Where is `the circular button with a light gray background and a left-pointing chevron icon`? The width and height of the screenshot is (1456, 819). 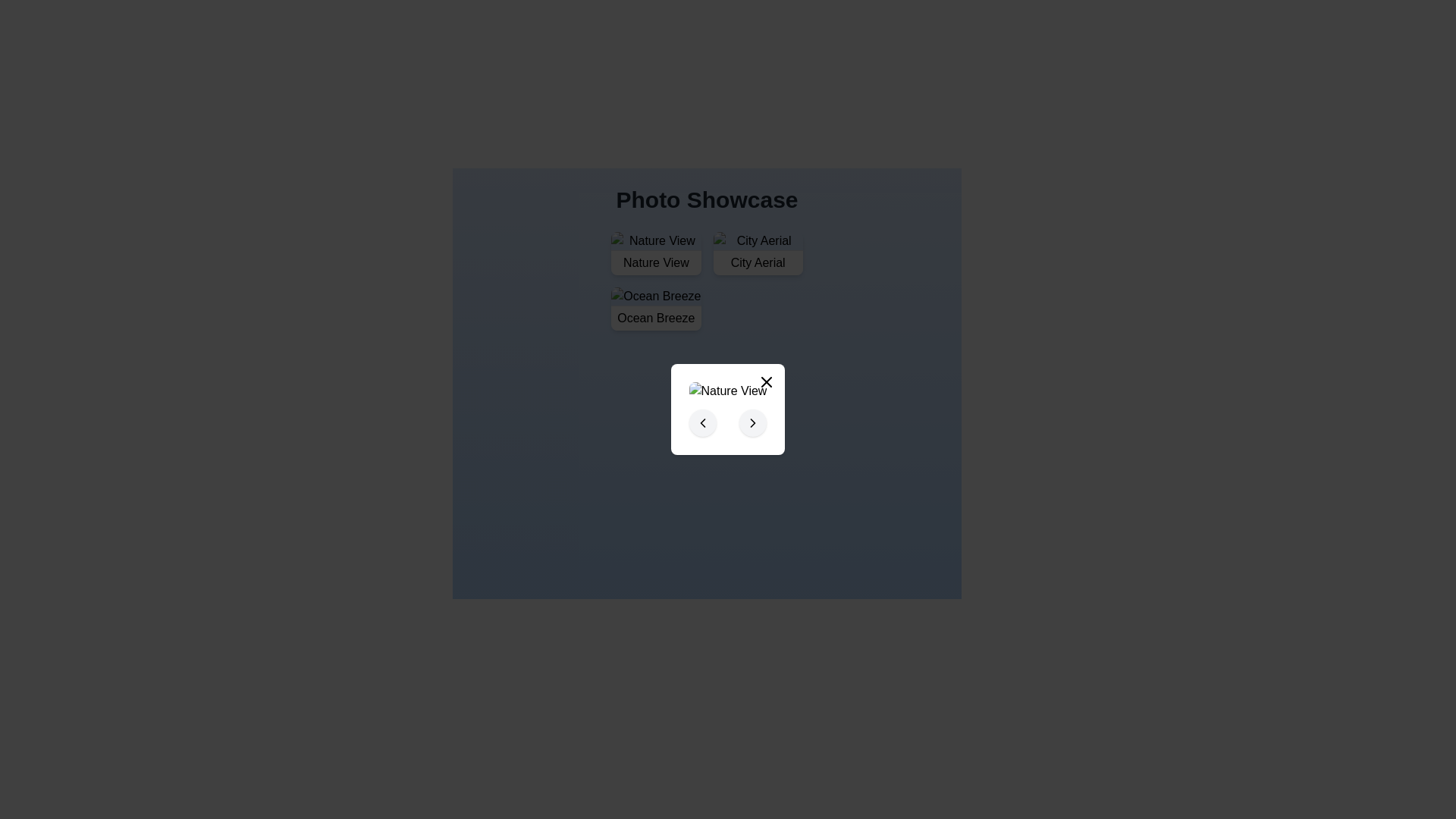
the circular button with a light gray background and a left-pointing chevron icon is located at coordinates (701, 423).